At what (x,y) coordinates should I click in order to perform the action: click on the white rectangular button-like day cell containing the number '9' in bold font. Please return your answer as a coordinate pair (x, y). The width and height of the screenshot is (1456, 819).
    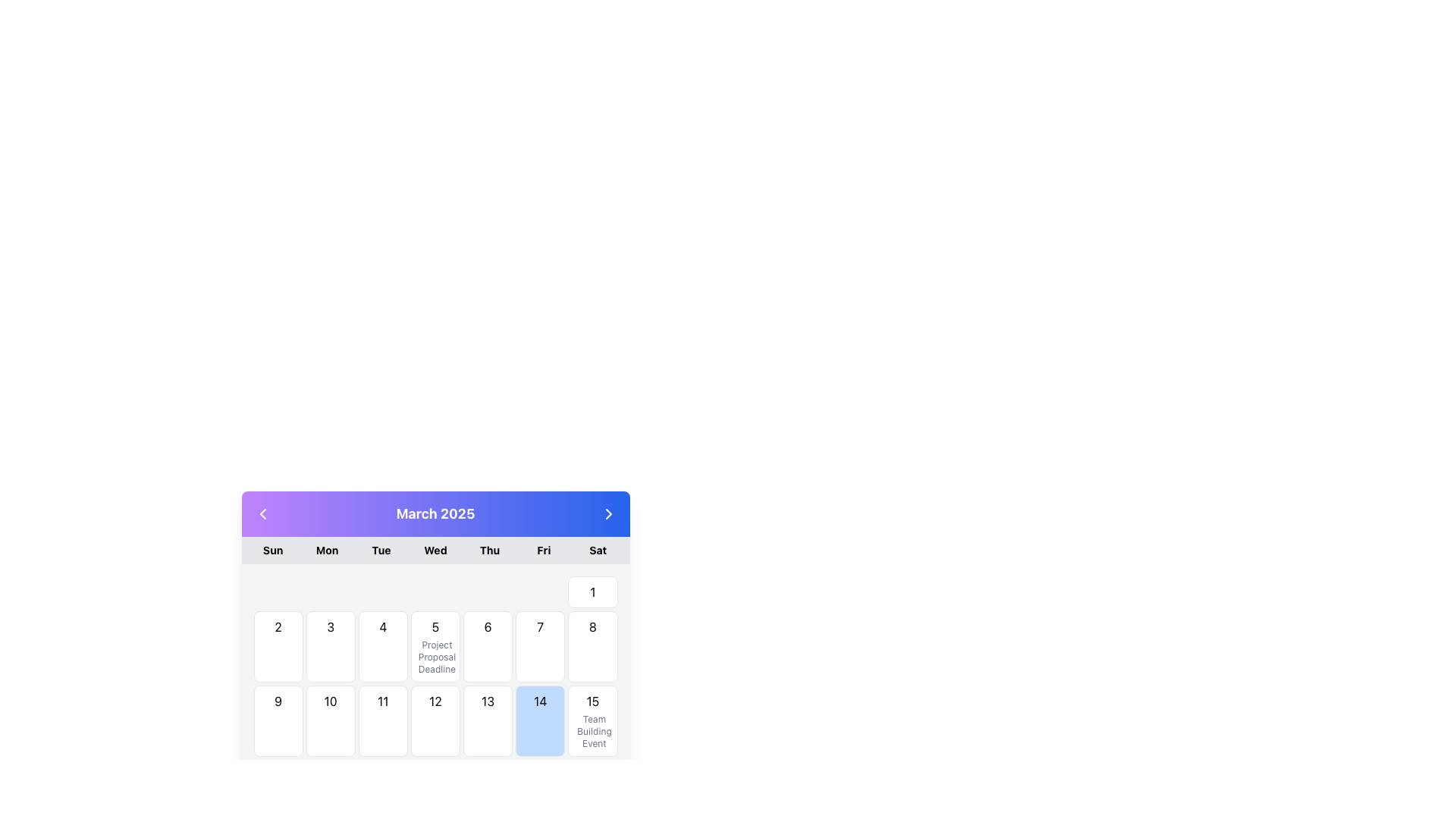
    Looking at the image, I should click on (278, 720).